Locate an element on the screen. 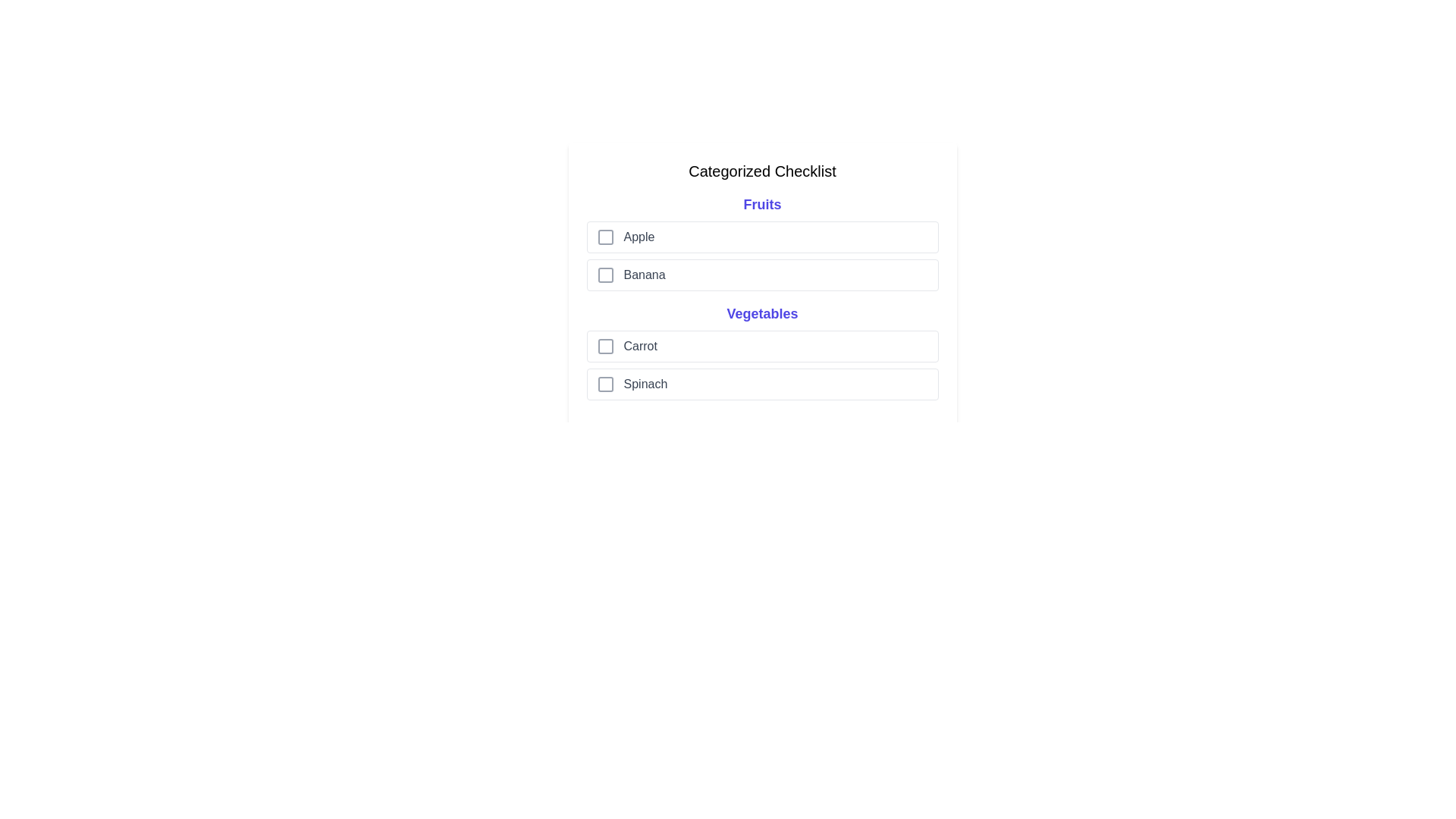  the checkboxes in the 'Fruits' checklist section to select items 'Apple' and 'Banana' is located at coordinates (761, 242).